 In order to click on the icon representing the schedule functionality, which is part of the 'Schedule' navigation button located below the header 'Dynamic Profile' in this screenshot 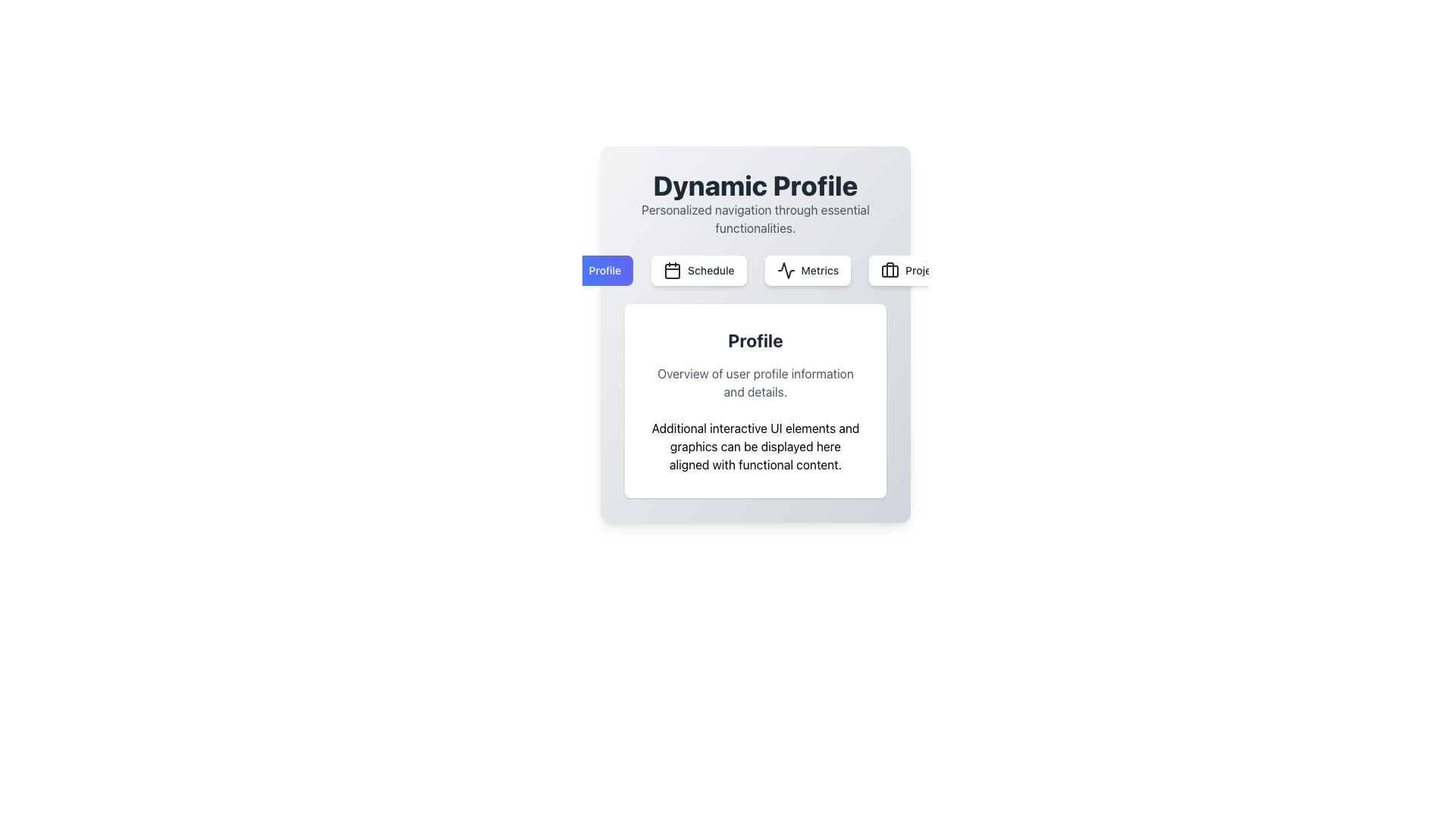, I will do `click(672, 270)`.